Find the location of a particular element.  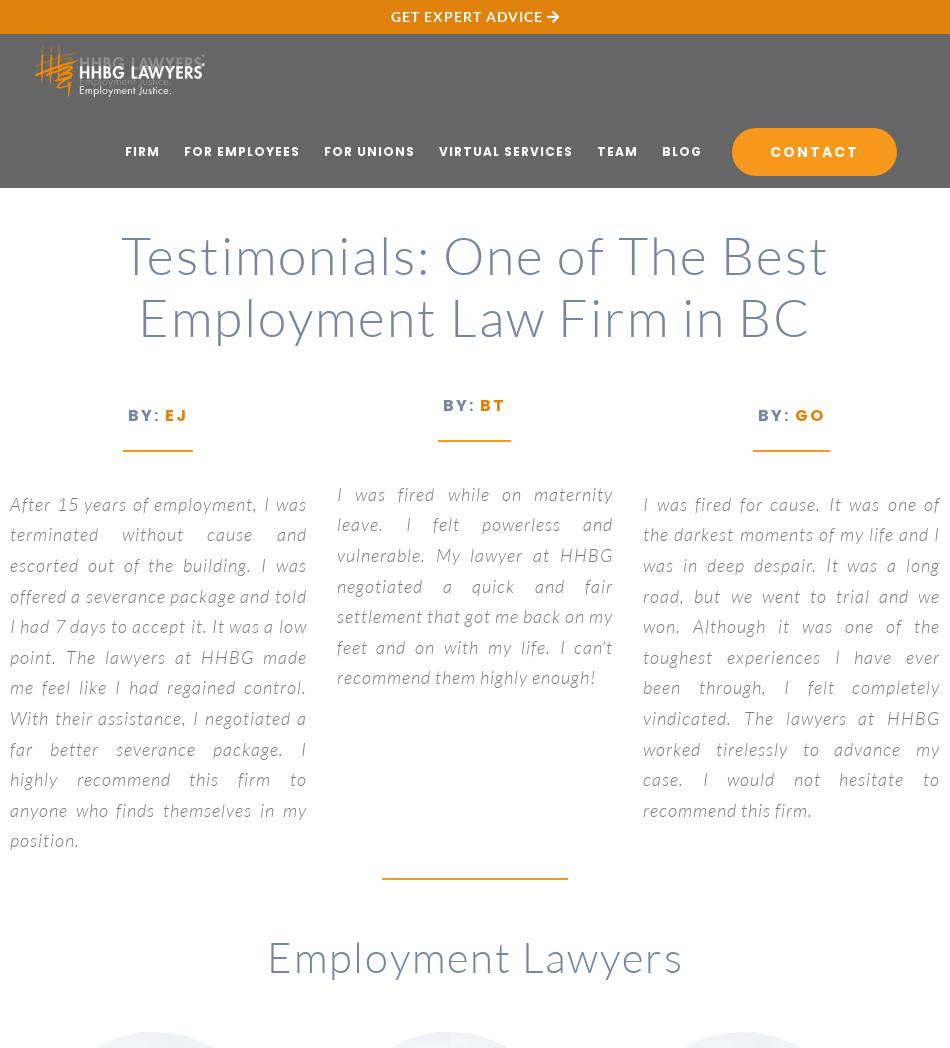

'I was fired while on maternity leave. I felt powerless and vulnerable. My lawyer at HHBG negotiated a quick and fair settlement that got me back on my feet and on with my life. I can’t recommend them highly enough!' is located at coordinates (335, 584).